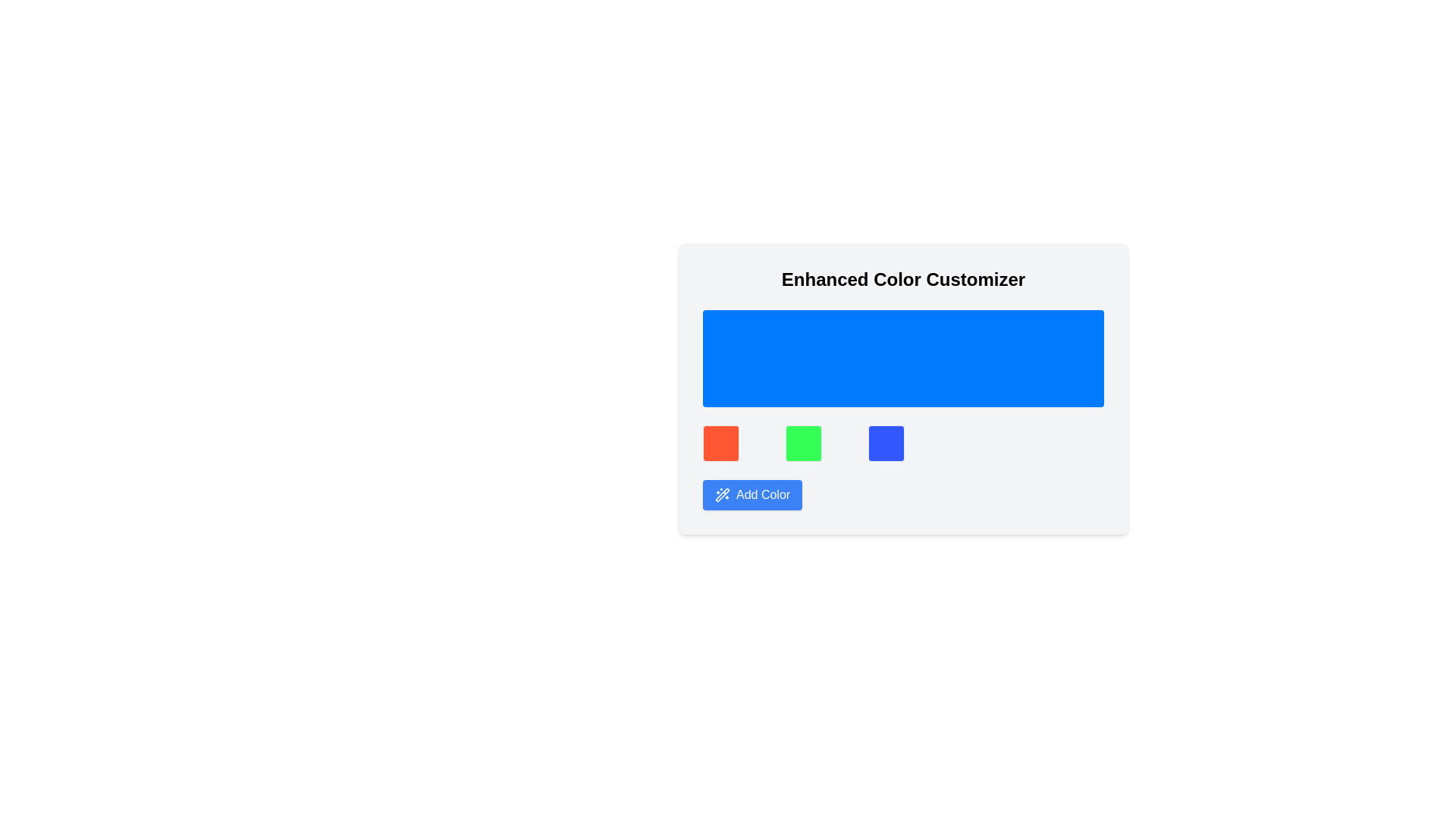  Describe the element at coordinates (722, 494) in the screenshot. I see `the magic wand icon with sparkles located to the left of the 'Add Color' text within the button below the color blocks` at that location.